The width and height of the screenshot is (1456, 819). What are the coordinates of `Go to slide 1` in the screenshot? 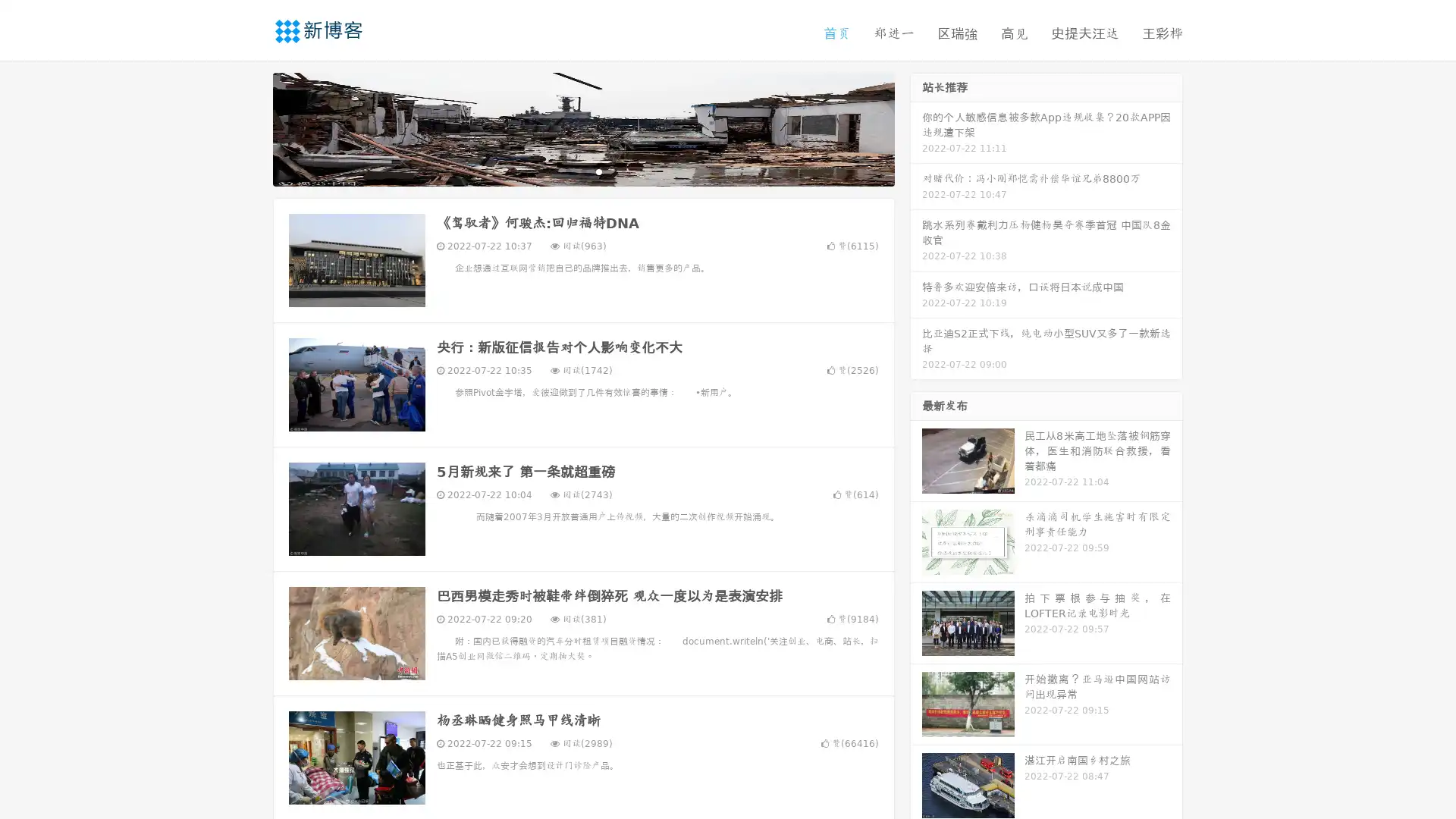 It's located at (567, 171).